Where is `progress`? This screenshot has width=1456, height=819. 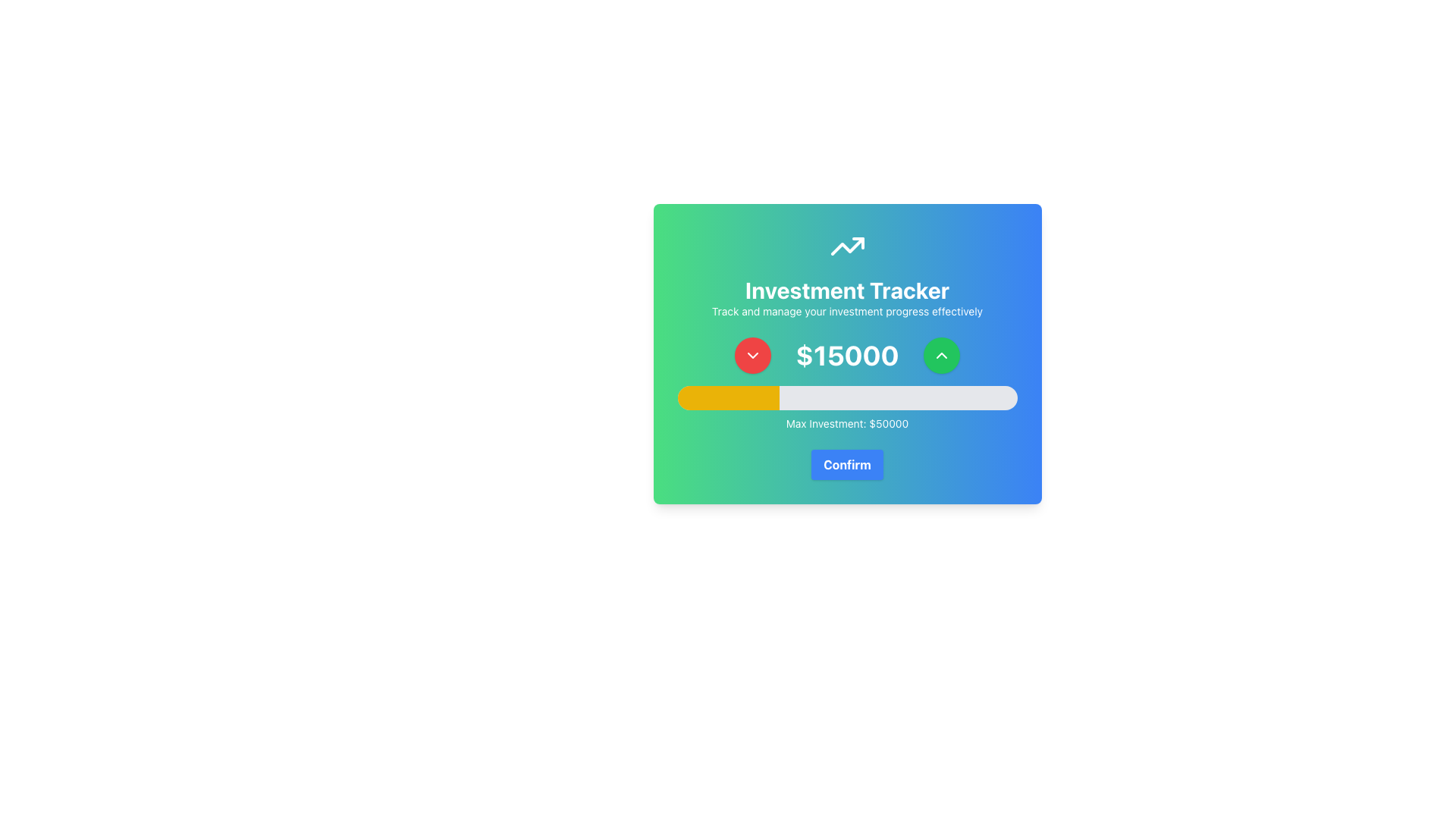 progress is located at coordinates (888, 397).